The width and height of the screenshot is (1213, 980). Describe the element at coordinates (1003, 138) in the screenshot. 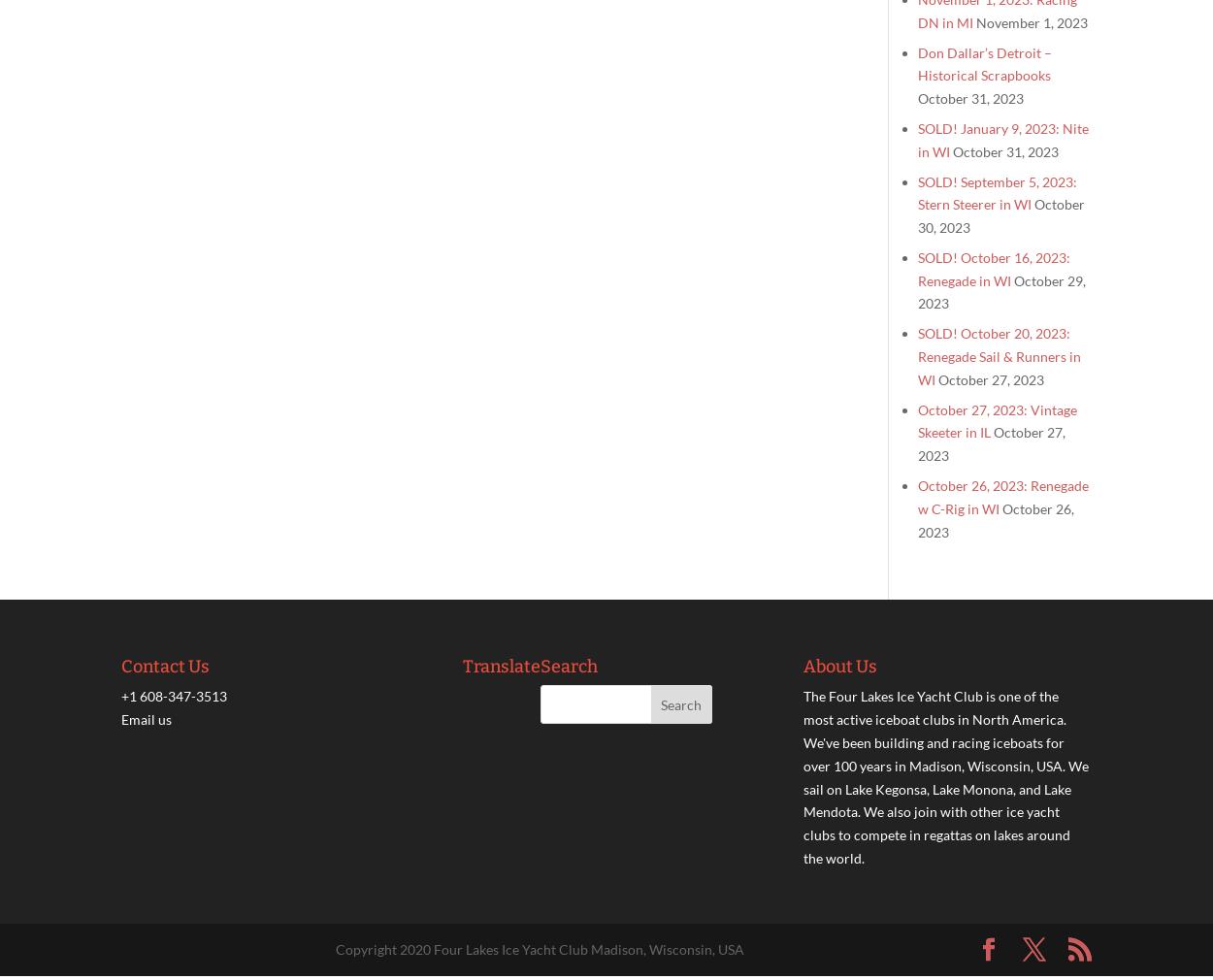

I see `'SOLD! January 9, 2023: Nite in WI'` at that location.